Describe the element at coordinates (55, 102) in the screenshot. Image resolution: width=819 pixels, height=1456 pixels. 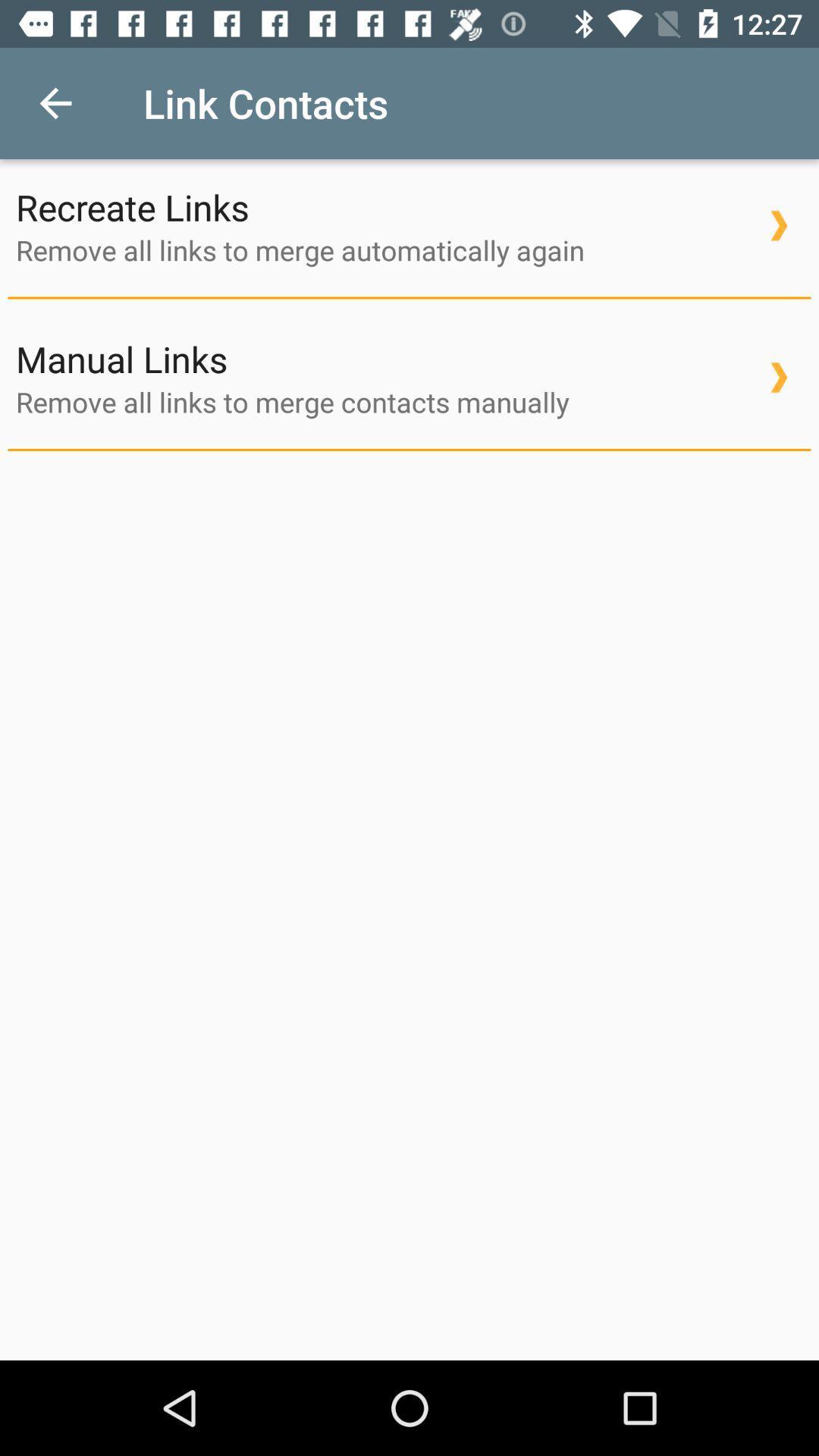
I see `the item next to the link contacts item` at that location.